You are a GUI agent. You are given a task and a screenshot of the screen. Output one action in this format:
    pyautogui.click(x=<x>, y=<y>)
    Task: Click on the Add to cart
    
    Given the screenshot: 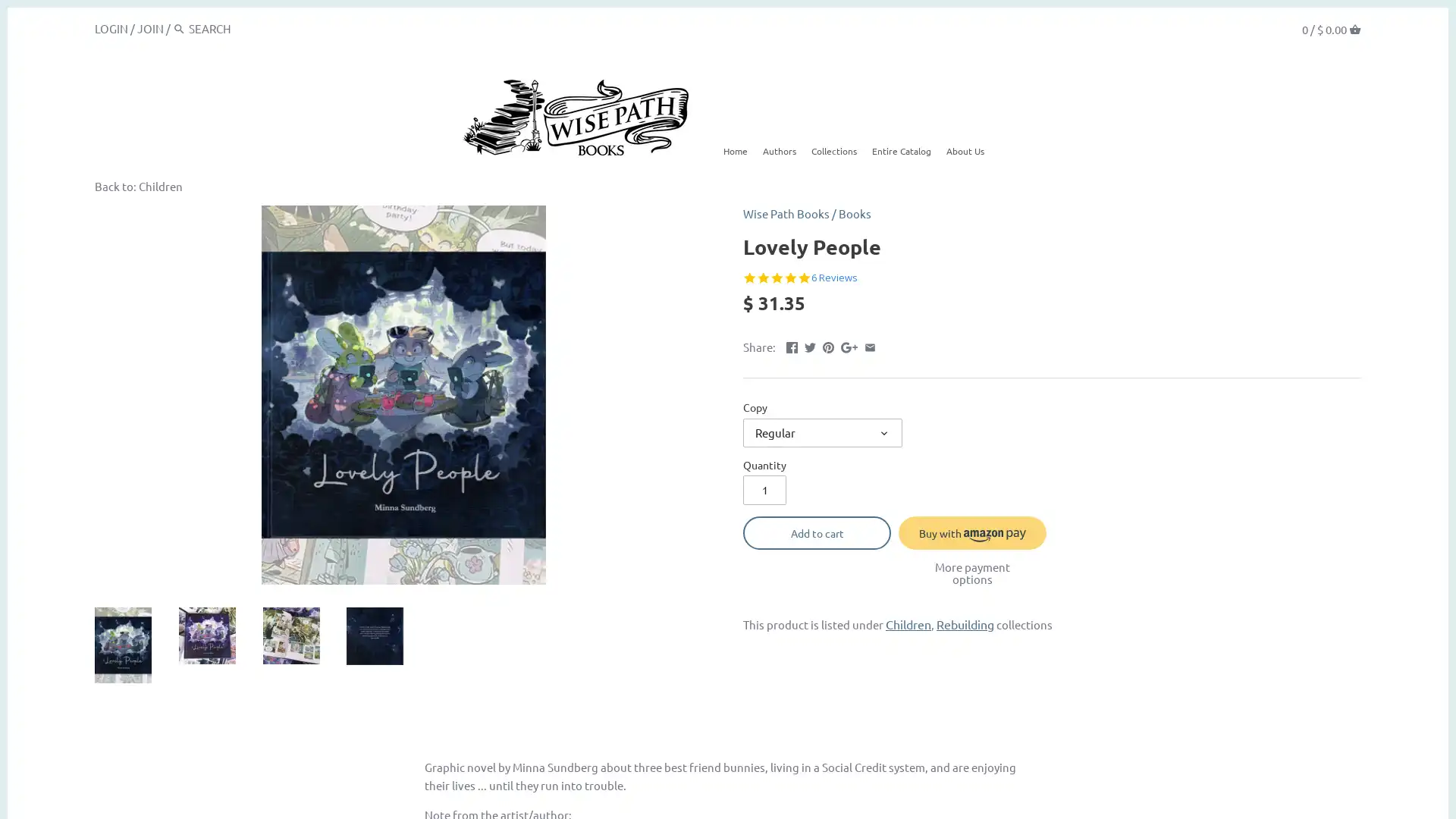 What is the action you would take?
    pyautogui.click(x=816, y=532)
    